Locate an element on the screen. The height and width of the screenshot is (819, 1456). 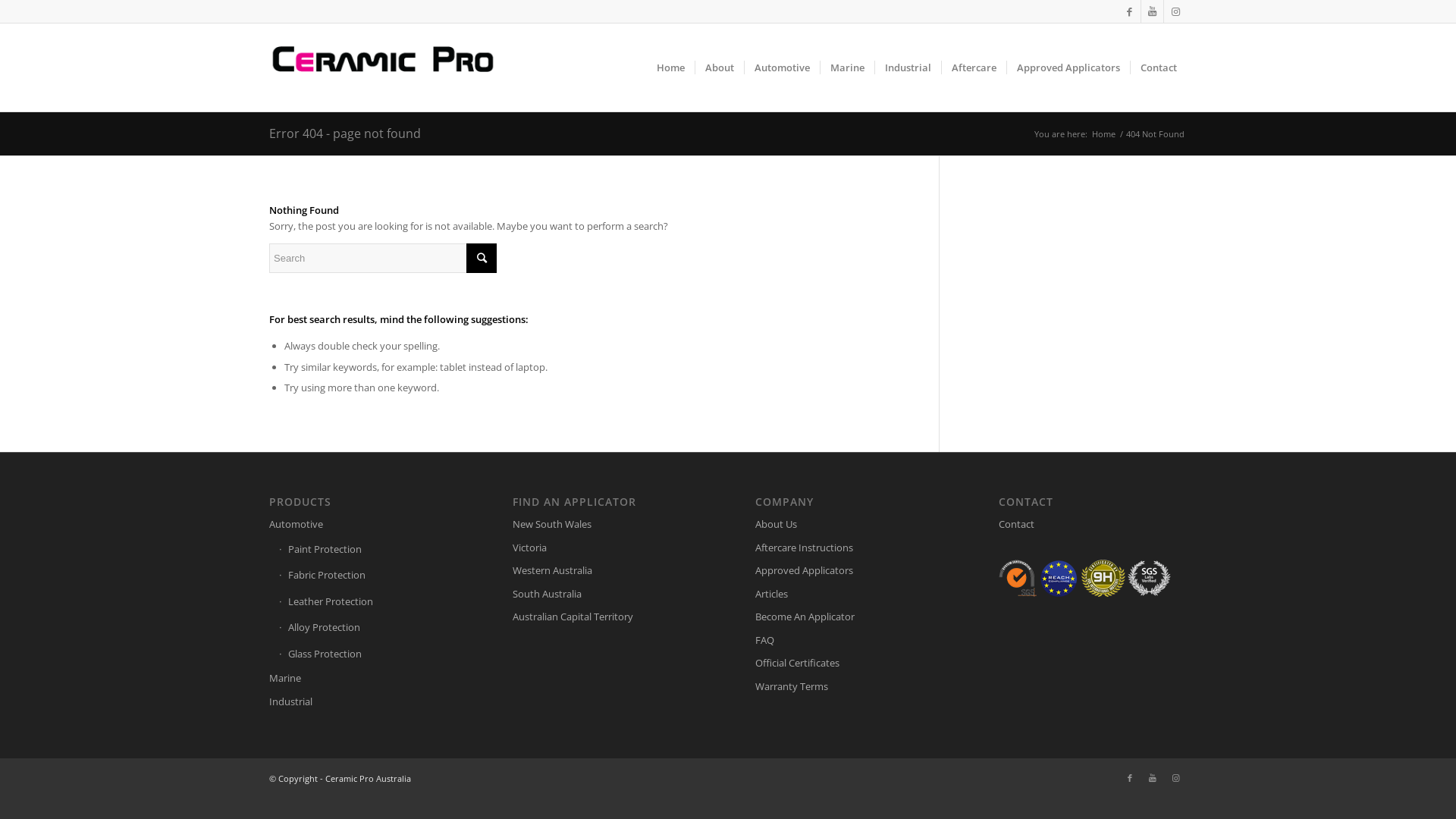
'Fabric Protection' is located at coordinates (279, 576).